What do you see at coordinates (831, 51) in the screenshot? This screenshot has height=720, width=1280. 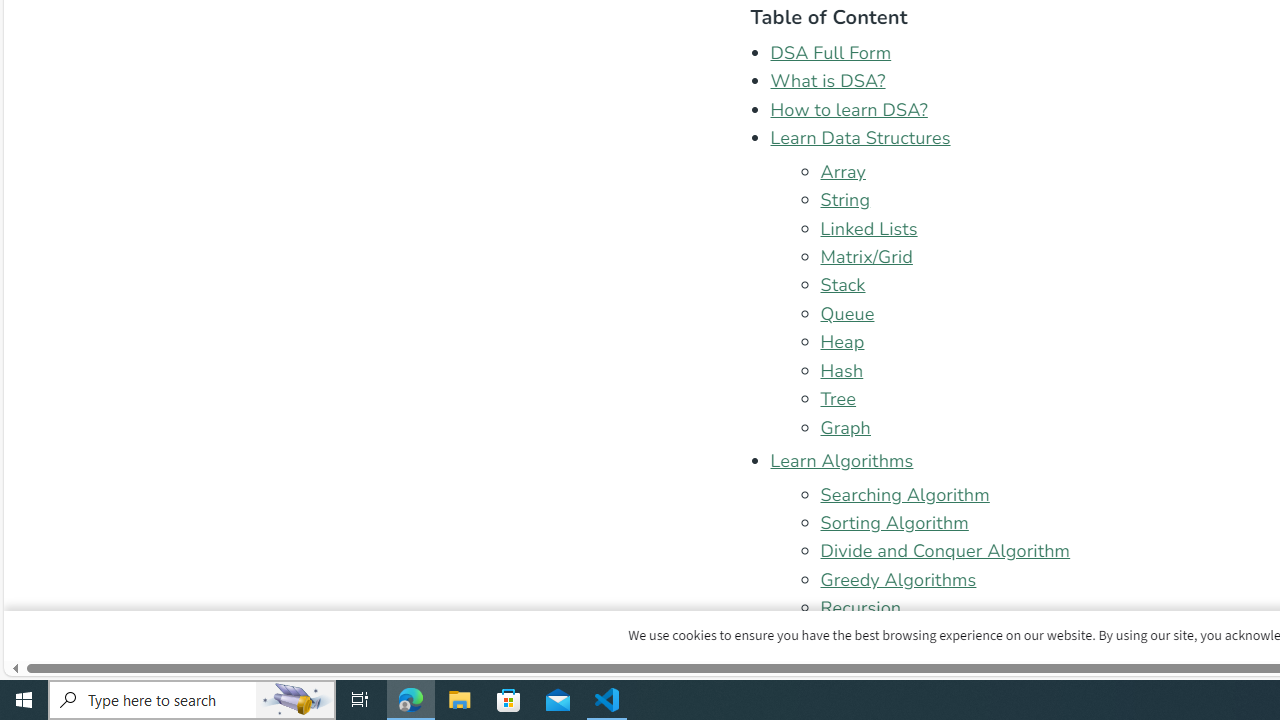 I see `'DSA Full Form'` at bounding box center [831, 51].